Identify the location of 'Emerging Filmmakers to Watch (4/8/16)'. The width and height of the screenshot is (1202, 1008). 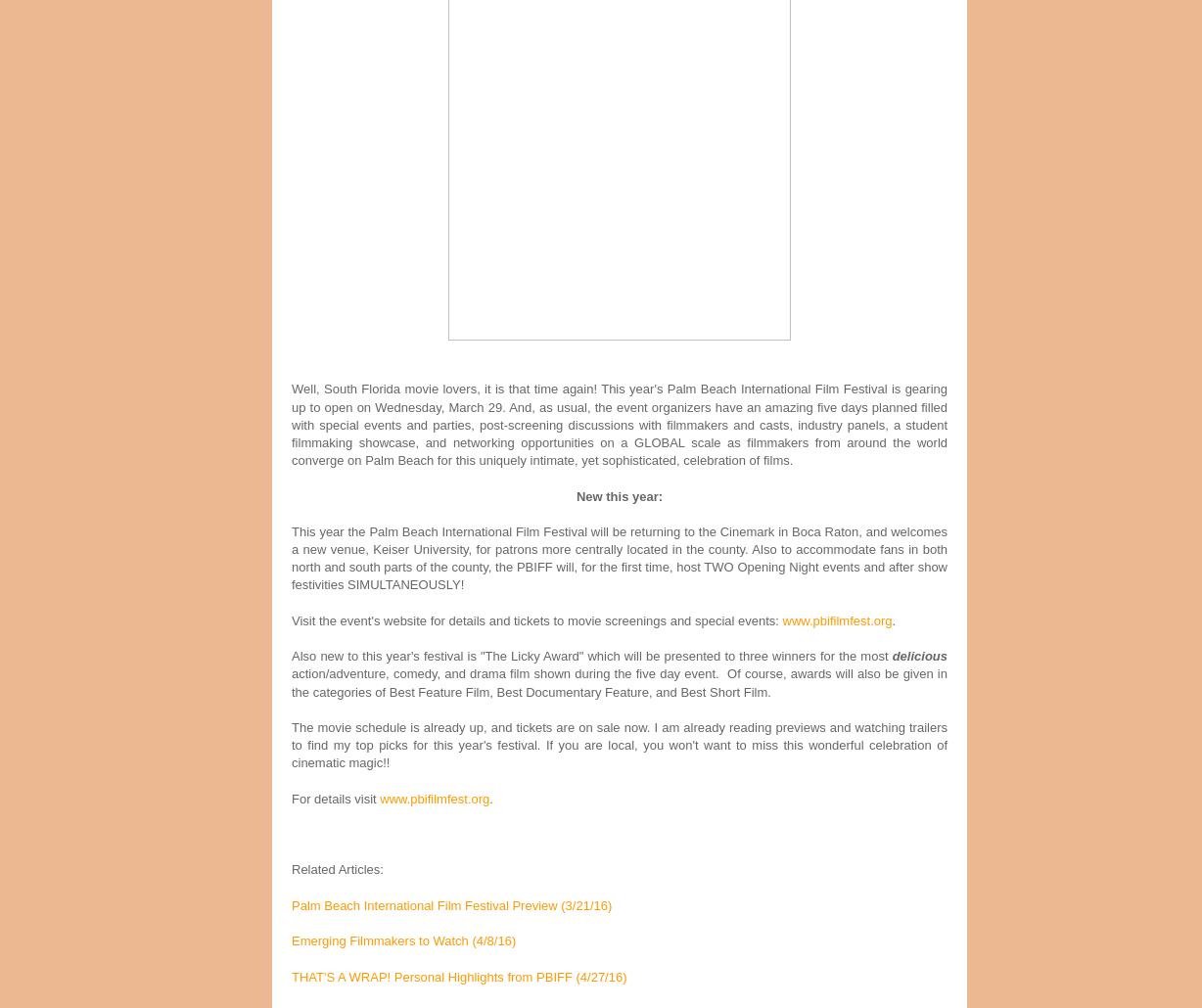
(403, 939).